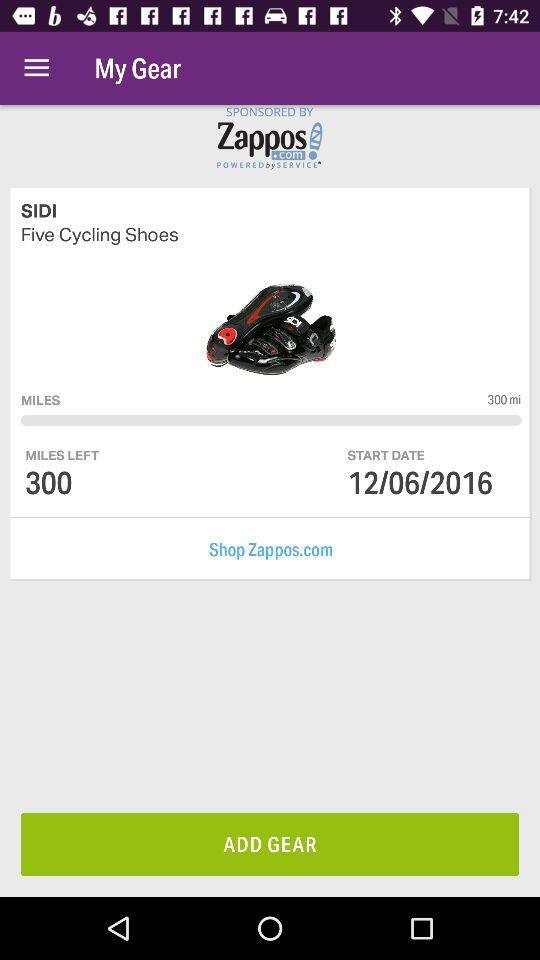  Describe the element at coordinates (386, 455) in the screenshot. I see `start date icon` at that location.